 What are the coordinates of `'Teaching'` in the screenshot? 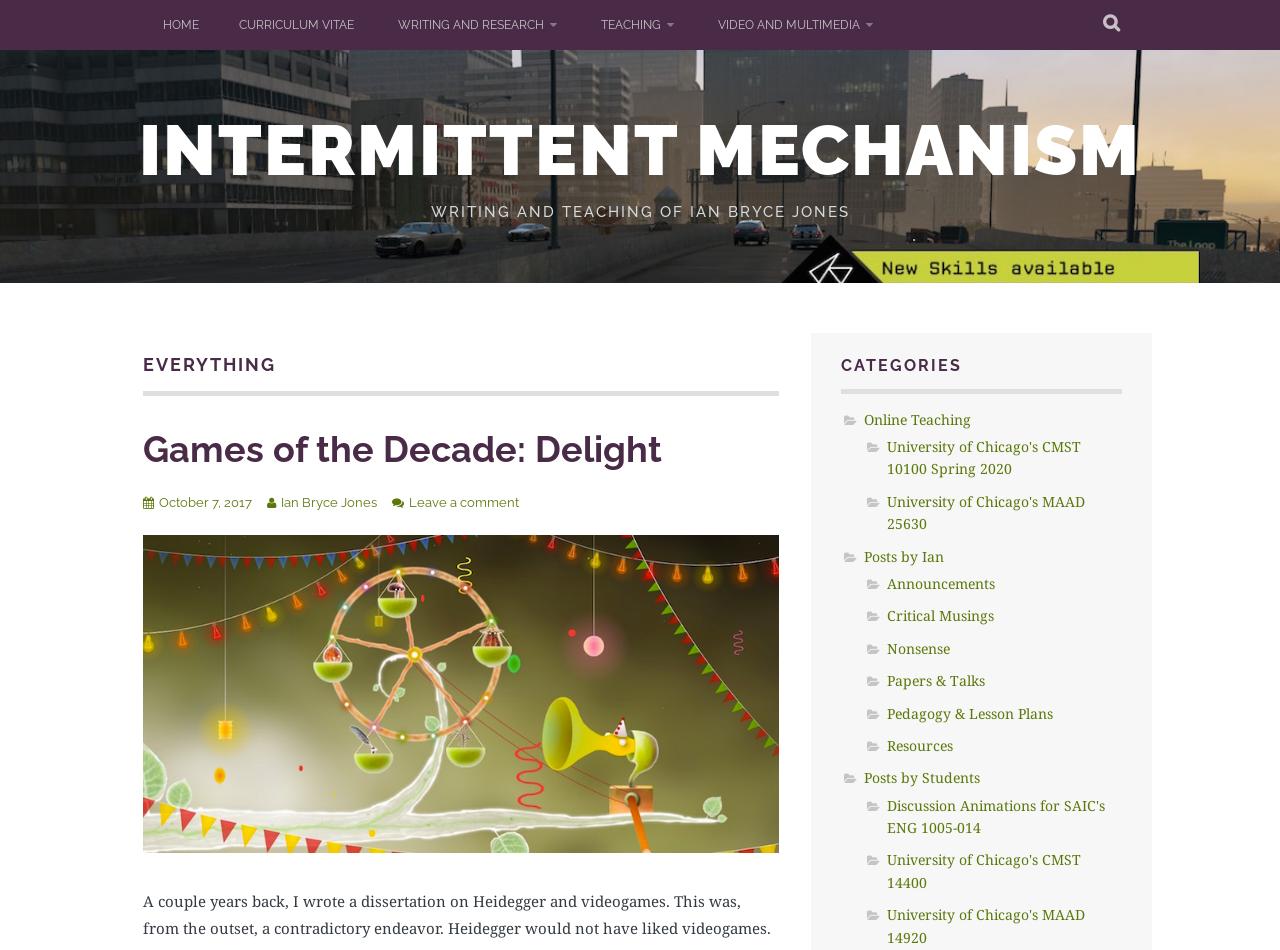 It's located at (630, 24).